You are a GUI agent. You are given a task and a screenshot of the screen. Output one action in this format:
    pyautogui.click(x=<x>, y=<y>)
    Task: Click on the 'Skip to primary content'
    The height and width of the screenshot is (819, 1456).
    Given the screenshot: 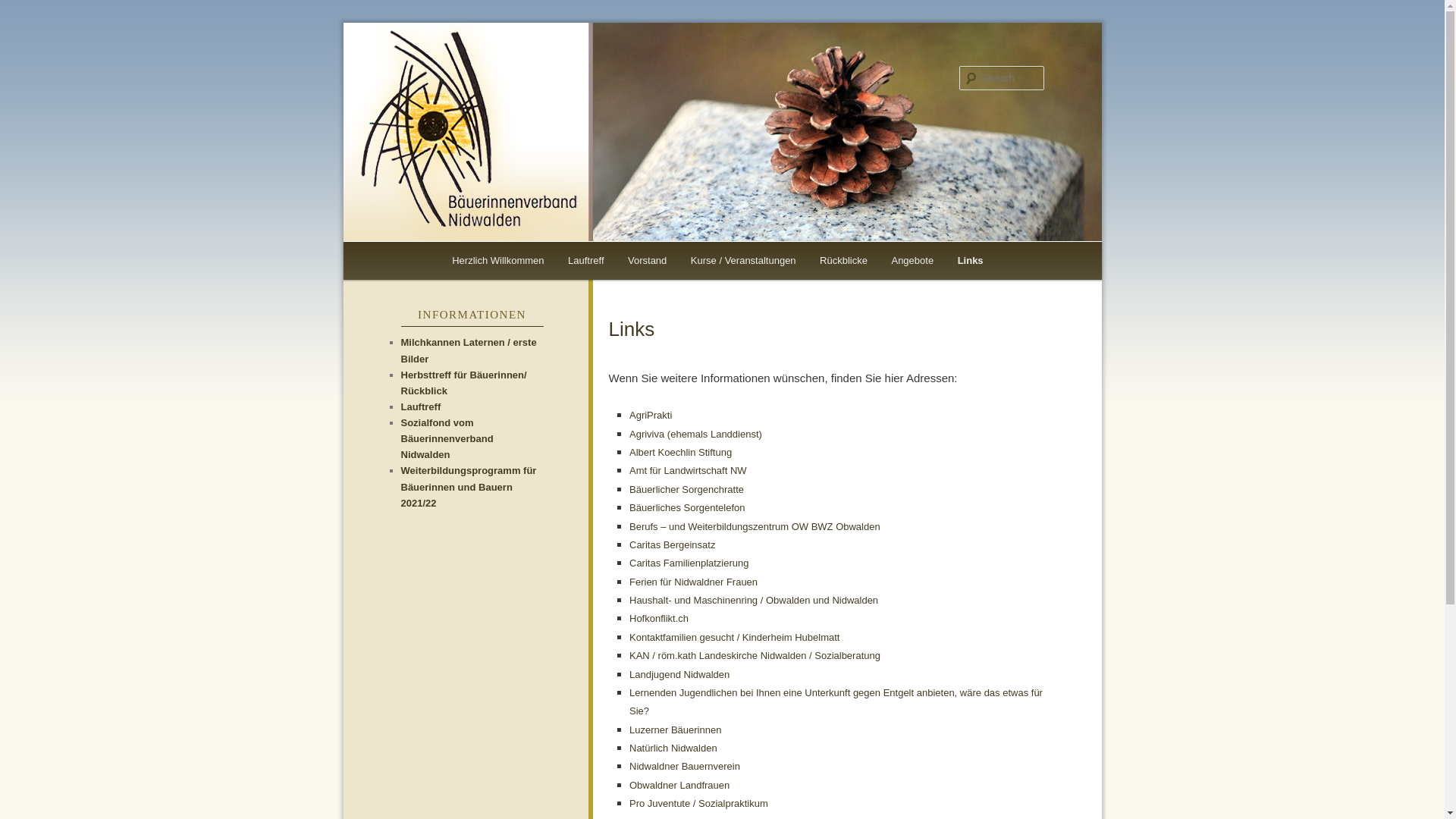 What is the action you would take?
    pyautogui.click(x=461, y=259)
    